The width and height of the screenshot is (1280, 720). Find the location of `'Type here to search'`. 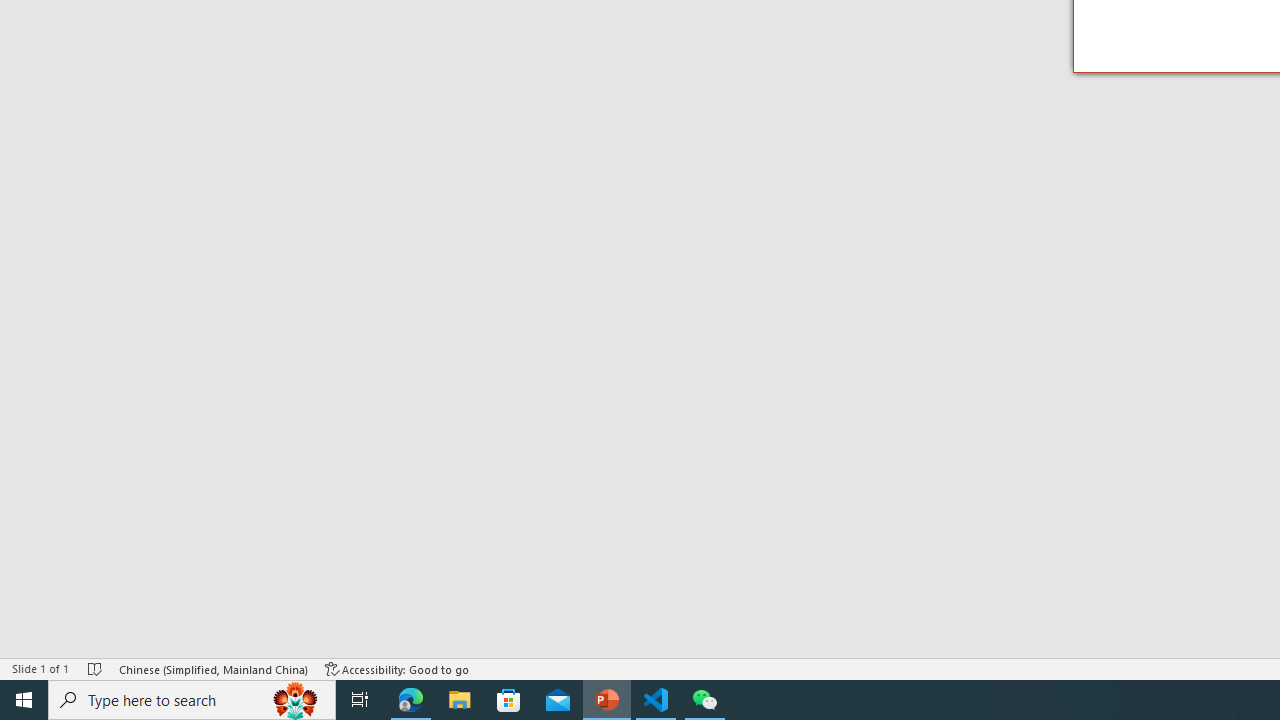

'Type here to search' is located at coordinates (192, 698).